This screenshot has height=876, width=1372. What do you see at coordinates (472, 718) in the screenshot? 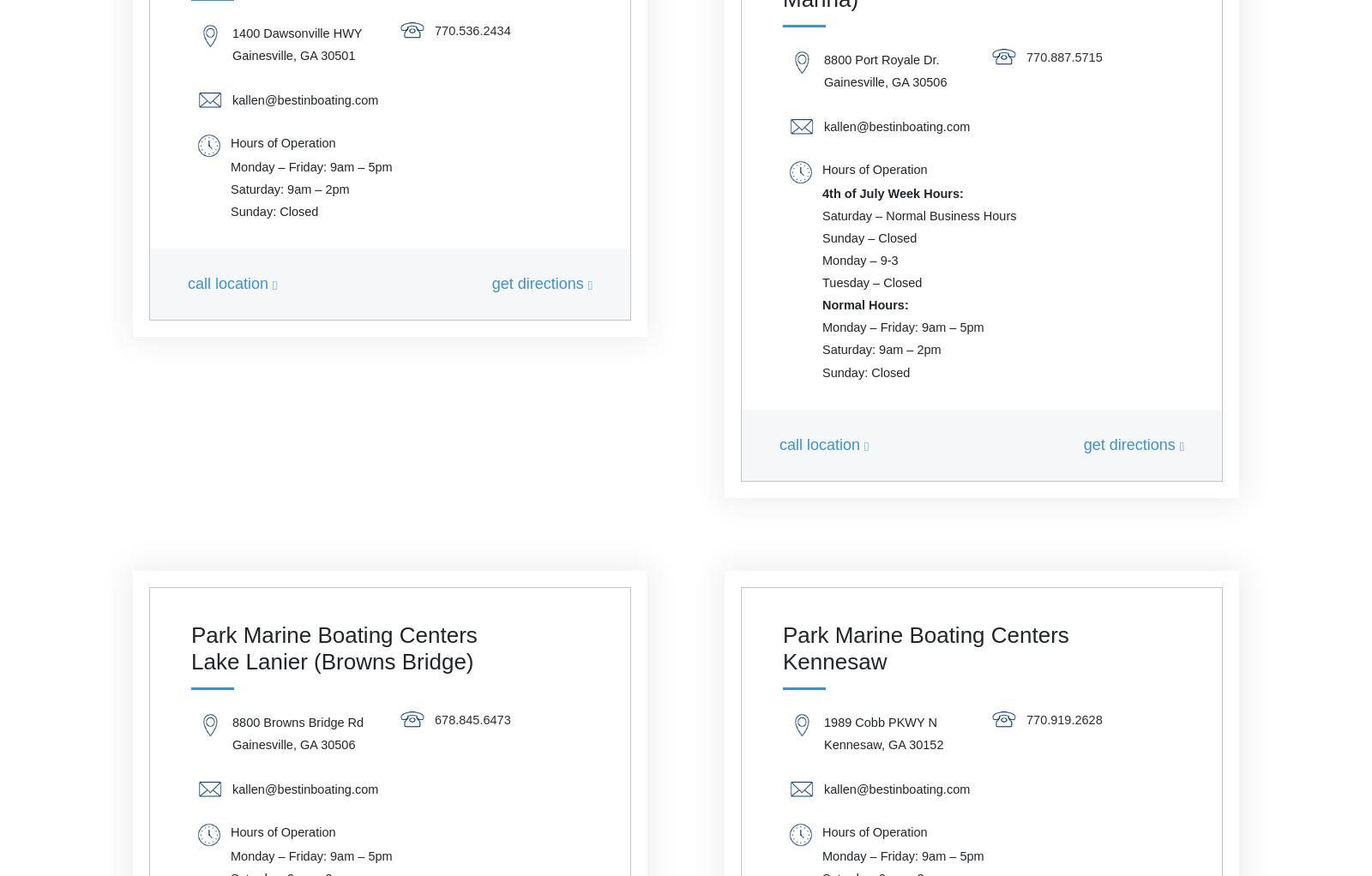
I see `'678.845.6473'` at bounding box center [472, 718].